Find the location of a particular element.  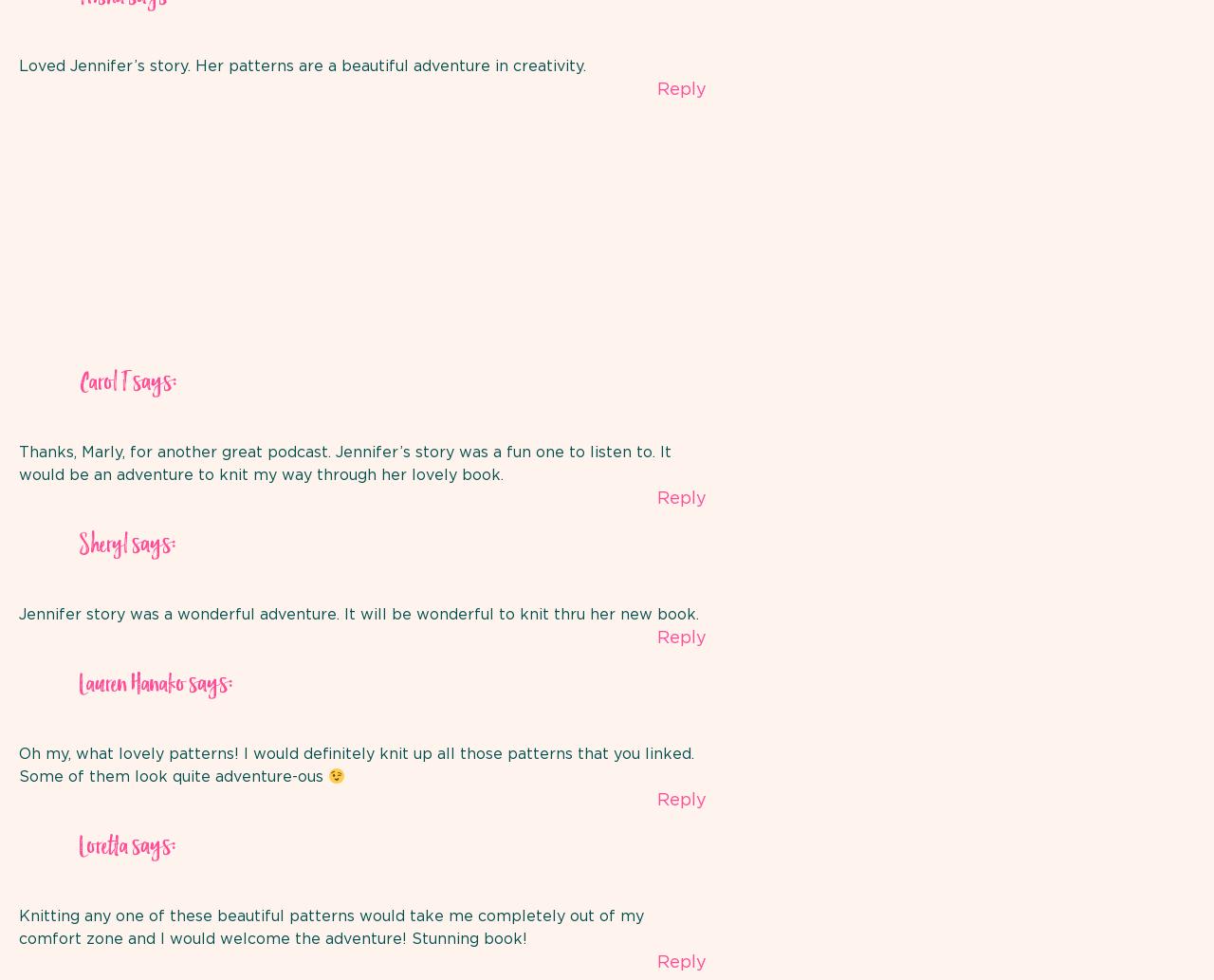

'Jennifer story was a wonderful adventure. It will be wonderful to knit thru her new book.' is located at coordinates (359, 614).